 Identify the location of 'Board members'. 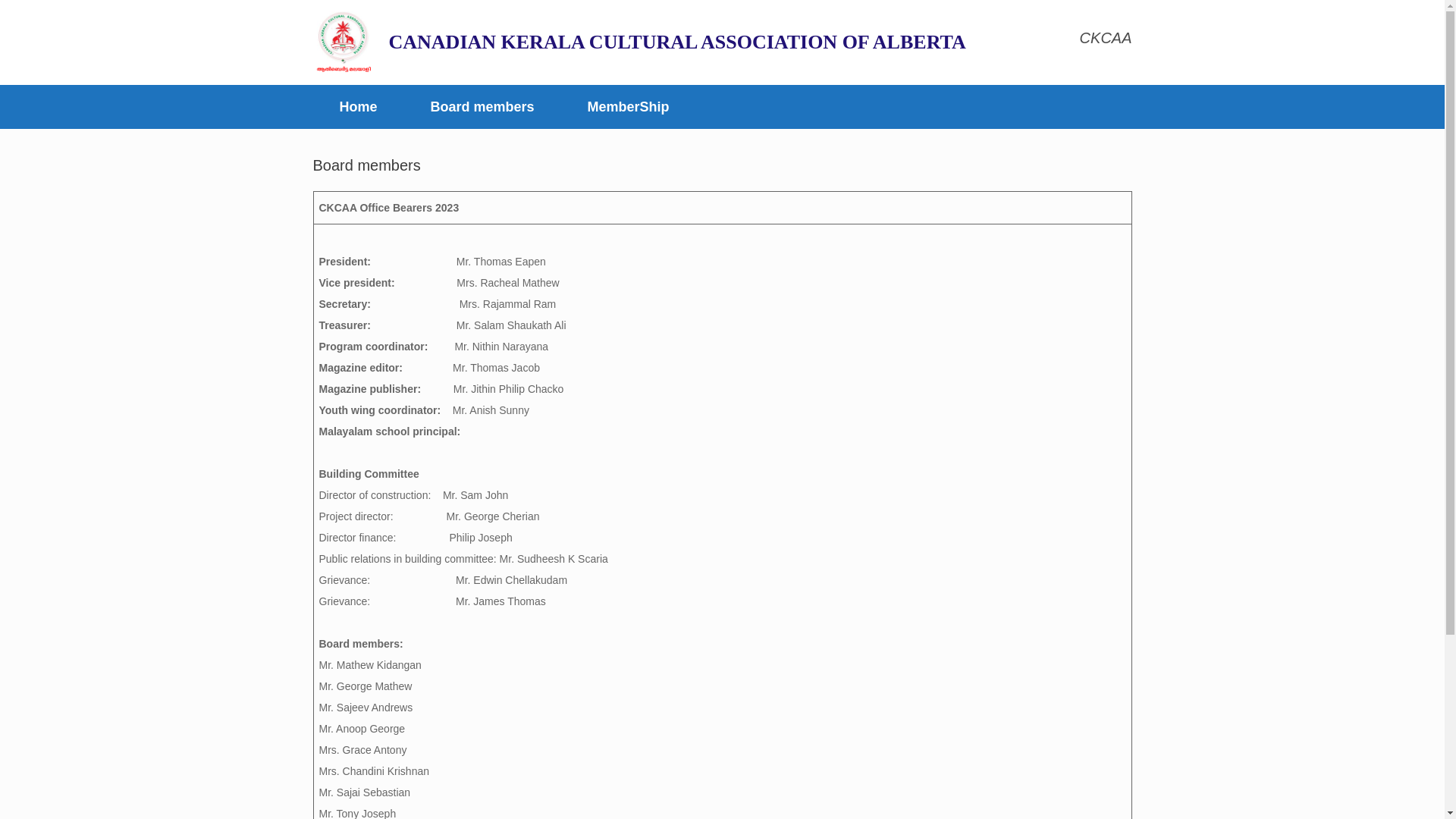
(482, 106).